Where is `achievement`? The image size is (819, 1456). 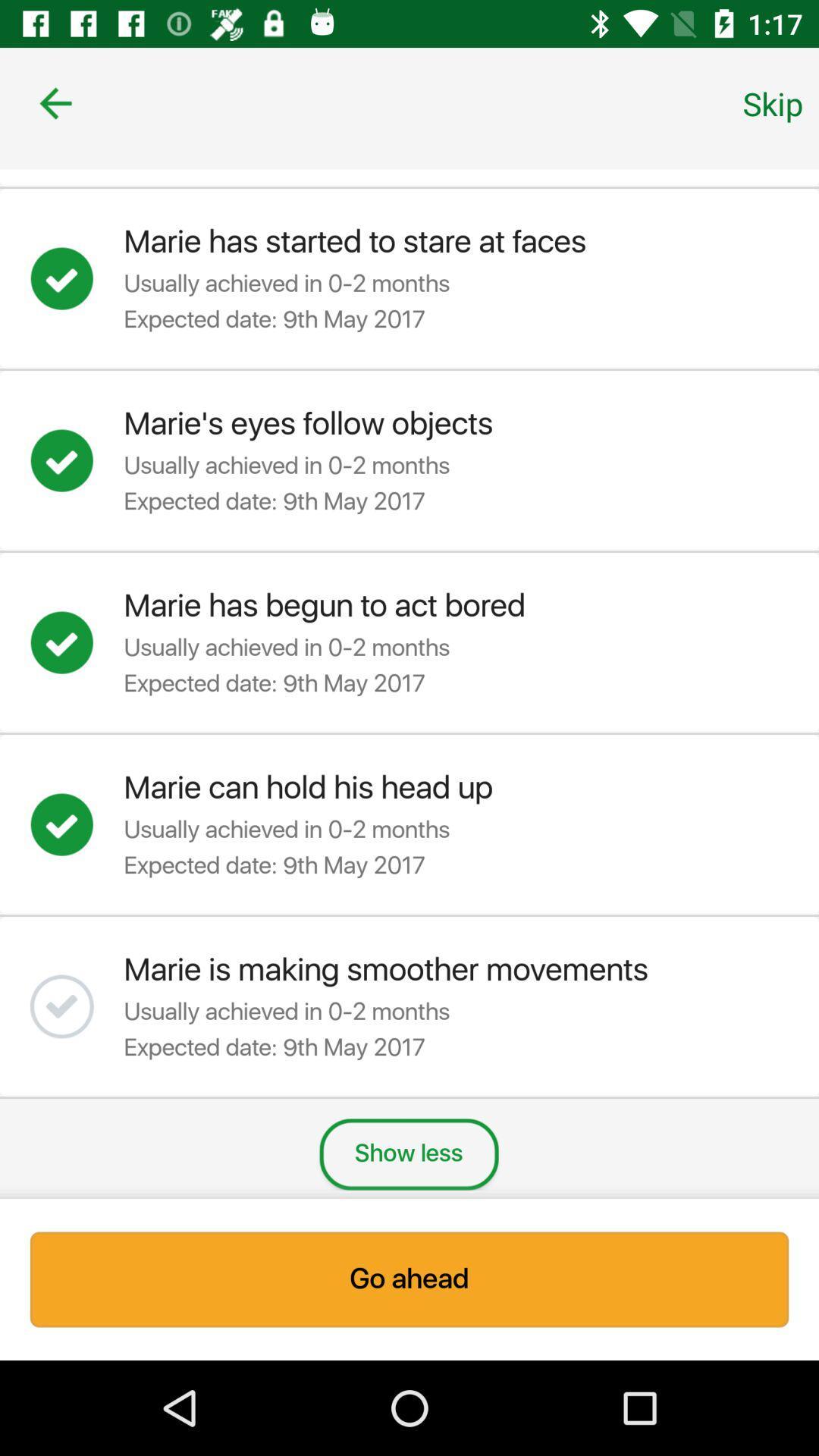
achievement is located at coordinates (77, 278).